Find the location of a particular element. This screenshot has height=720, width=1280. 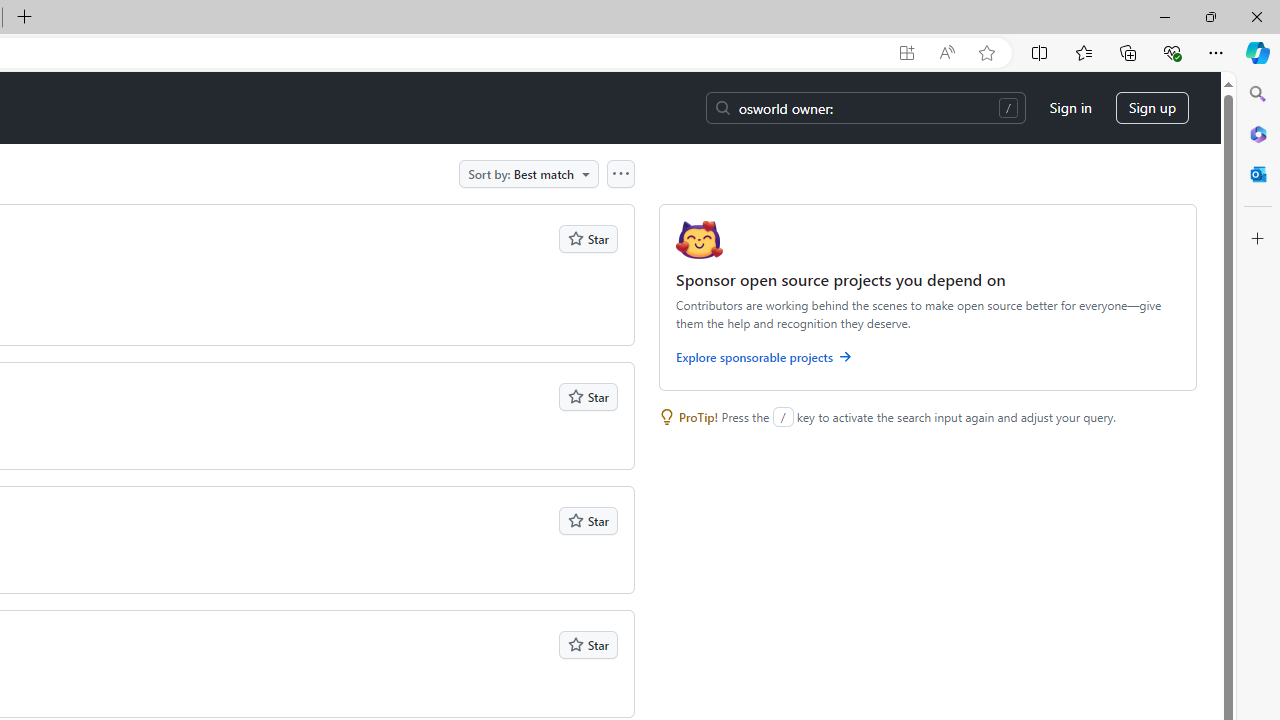

'Sort by: Best match' is located at coordinates (529, 172).